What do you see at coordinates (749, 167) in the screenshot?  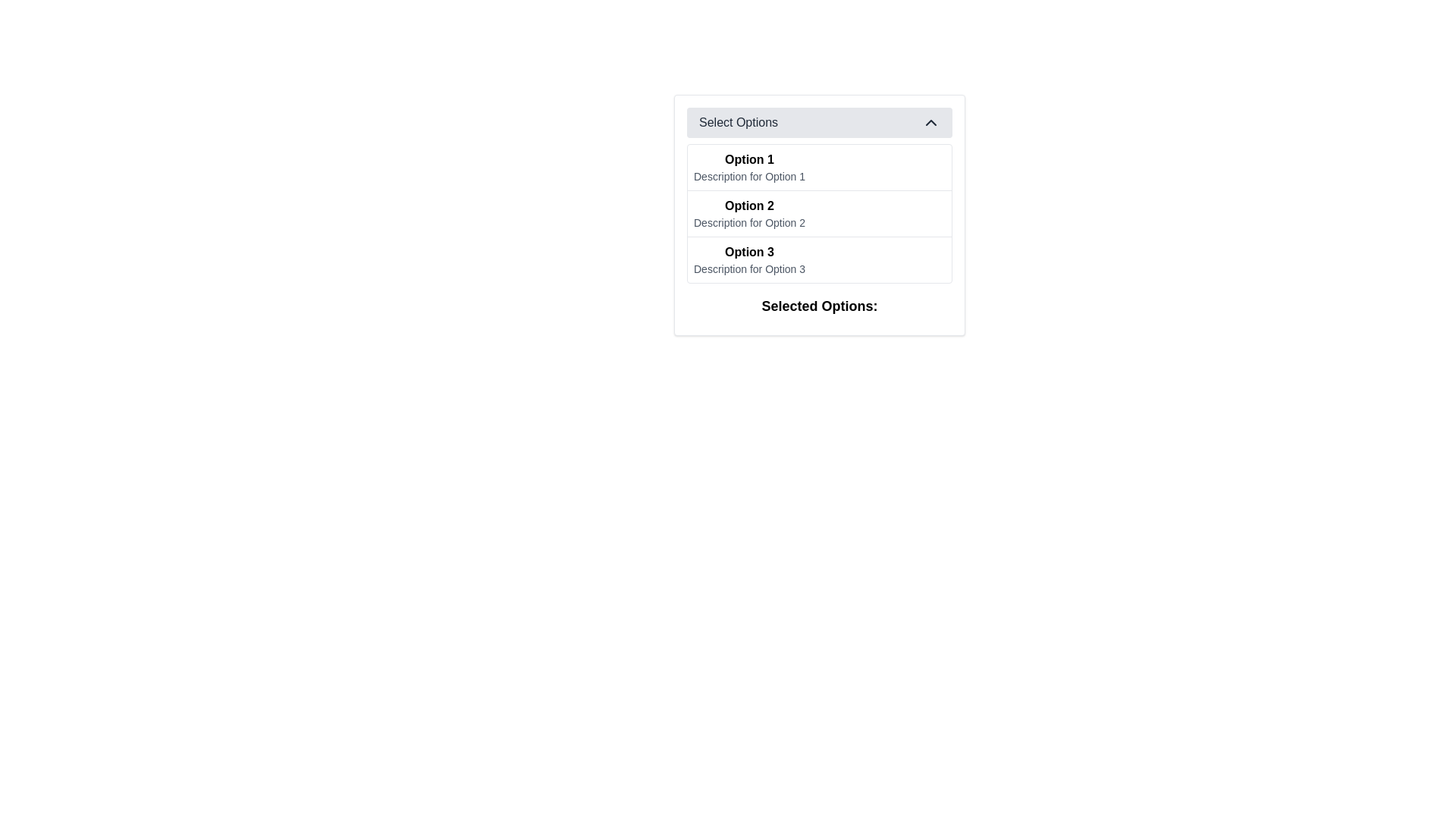 I see `on the first selectable option 'Option 1' in the dropdown menu titled 'Select Options'` at bounding box center [749, 167].